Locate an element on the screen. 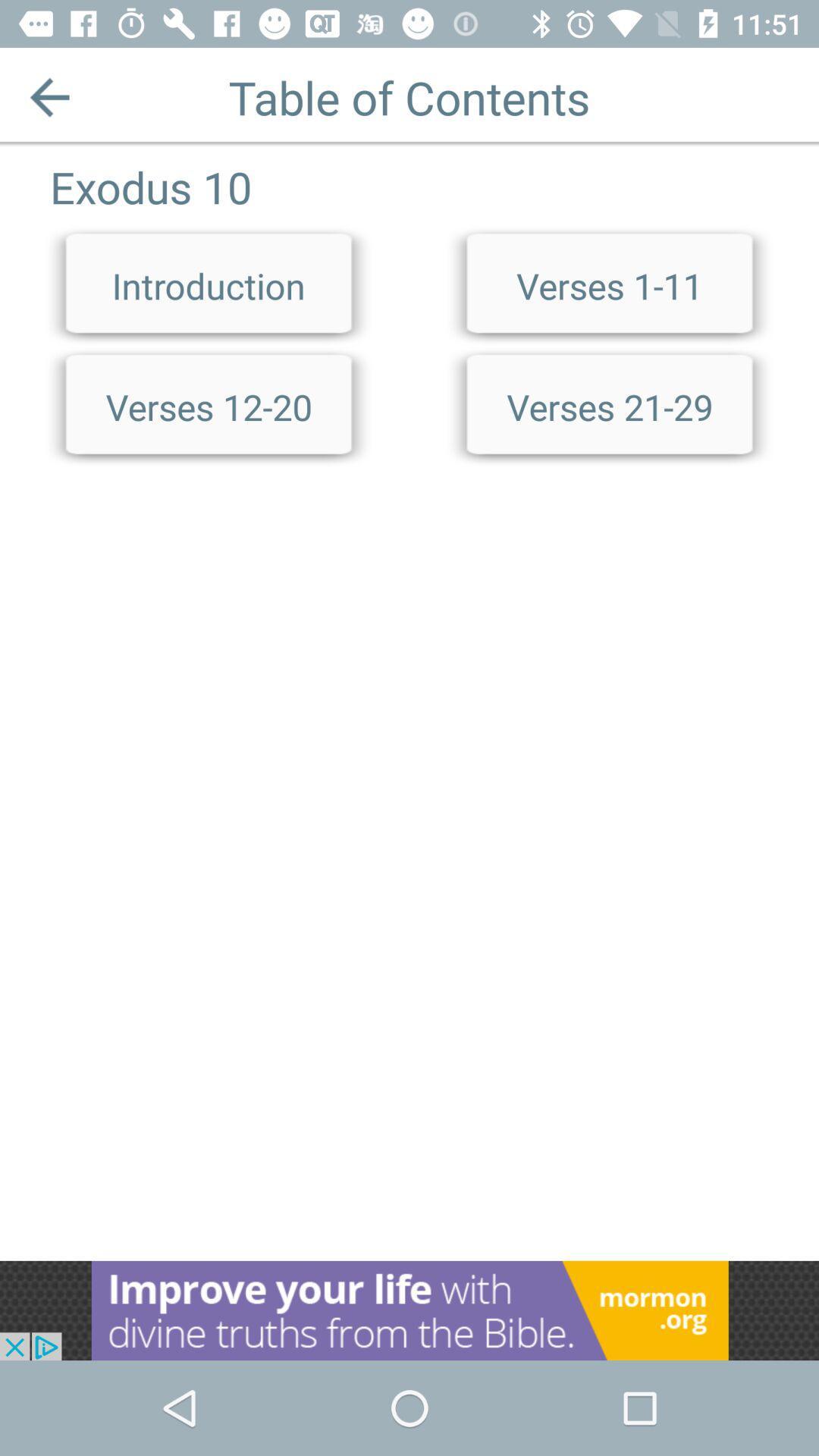 This screenshot has height=1456, width=819. opens a advertisement is located at coordinates (409, 1310).